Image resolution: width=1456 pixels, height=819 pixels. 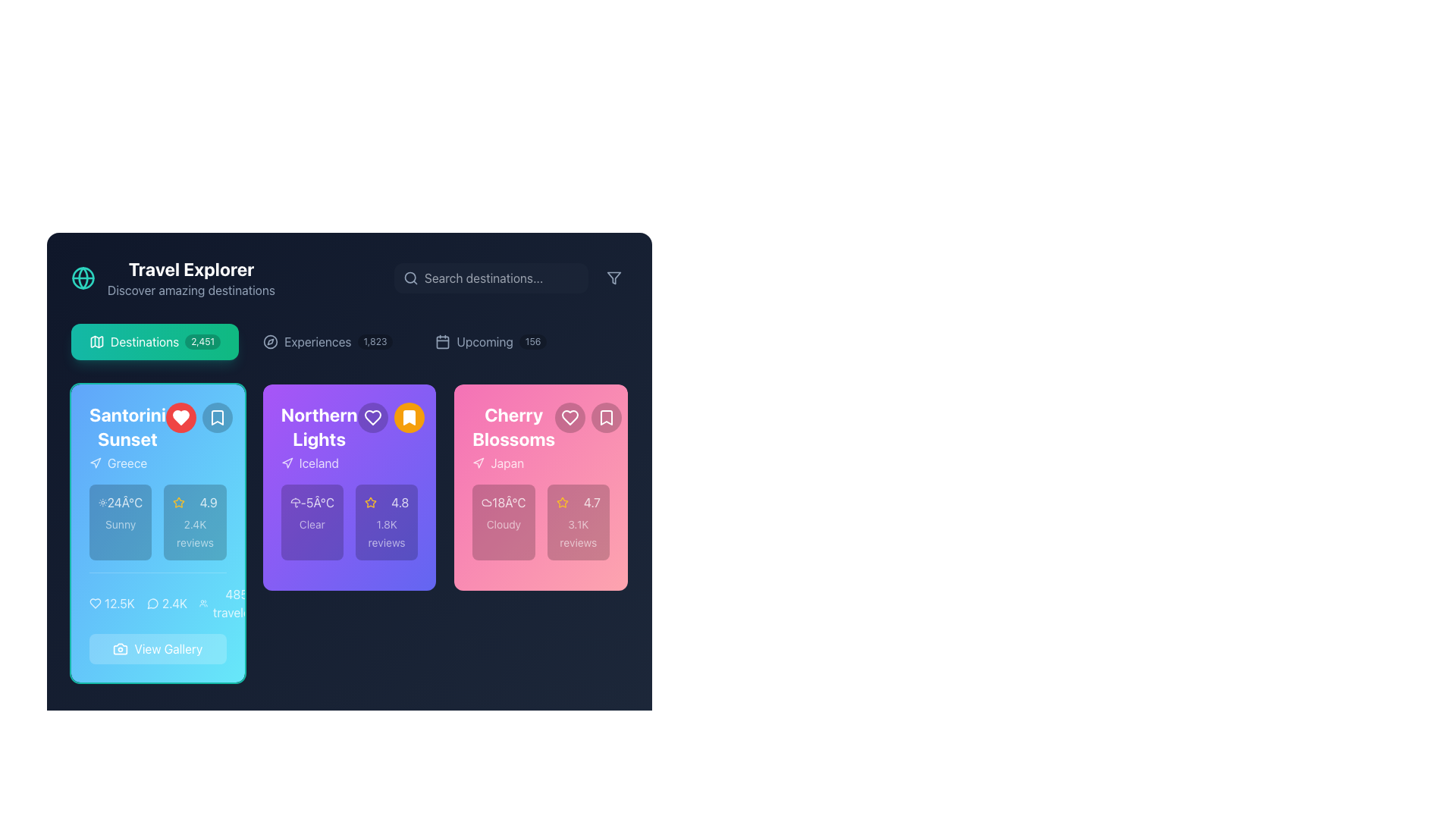 What do you see at coordinates (577, 522) in the screenshot?
I see `the rounded rectangular Informative display card with a soft pink background that displays a rating of '4.7' and '3.1K reviews' below it, which is located in the lower right corner of the 'Cherry Blossoms' card to compare ratings` at bounding box center [577, 522].